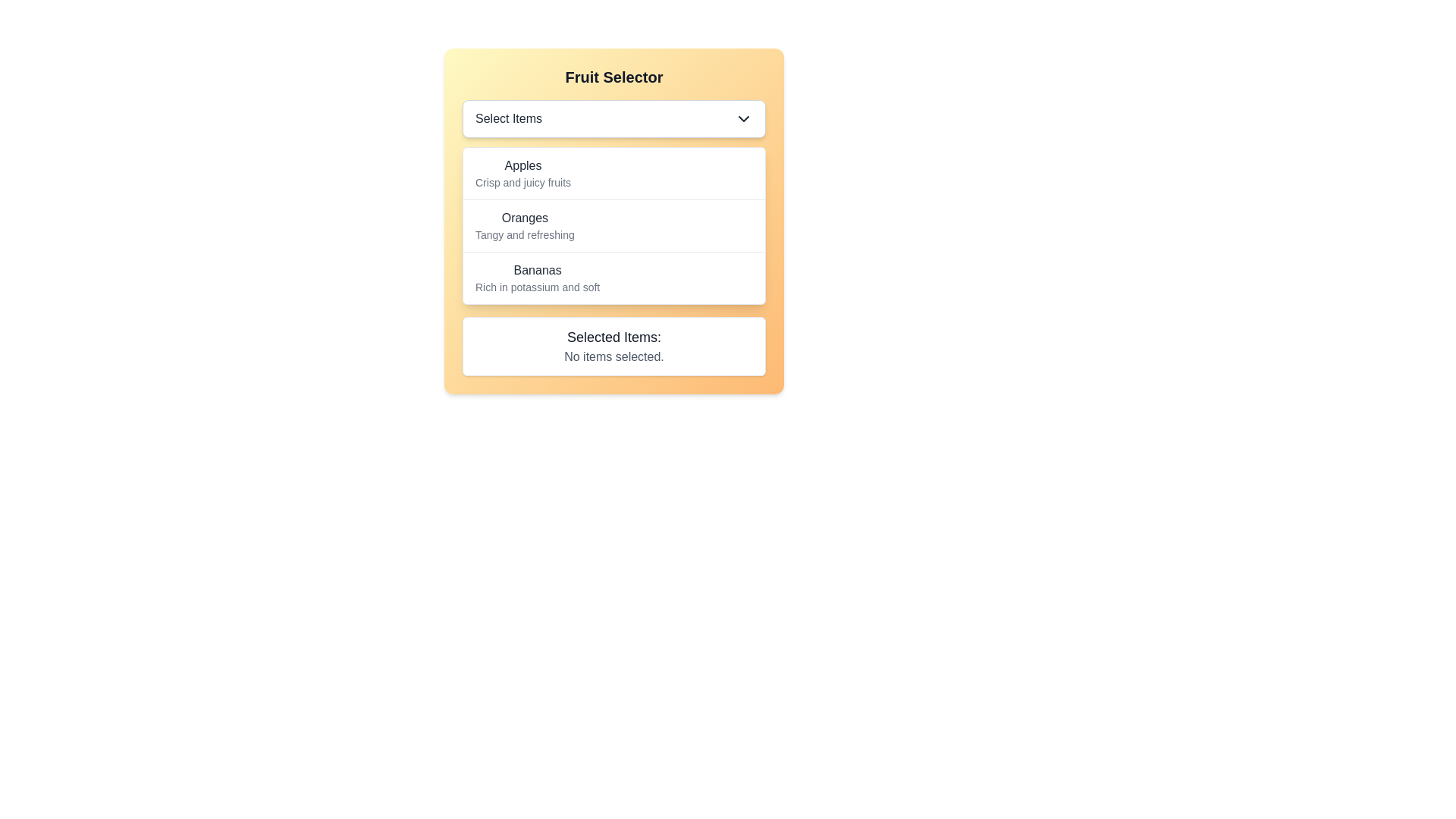 Image resolution: width=1456 pixels, height=819 pixels. I want to click on to select the list item labeled 'Bananas' which is the third item in a vertical dropdown list, situated between 'Oranges' and the empty 'Selected Items' section, so click(614, 278).